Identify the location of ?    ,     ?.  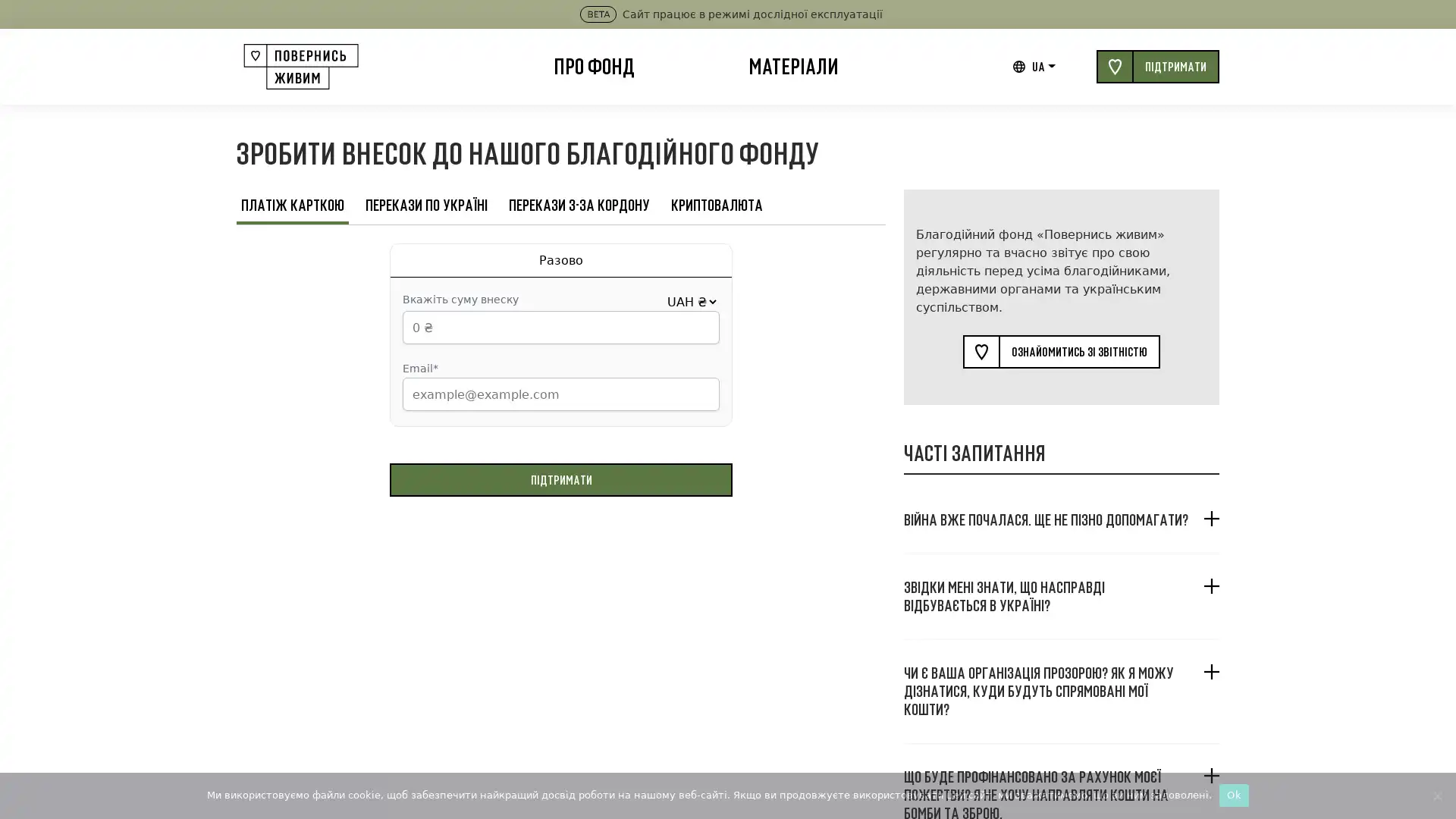
(1061, 690).